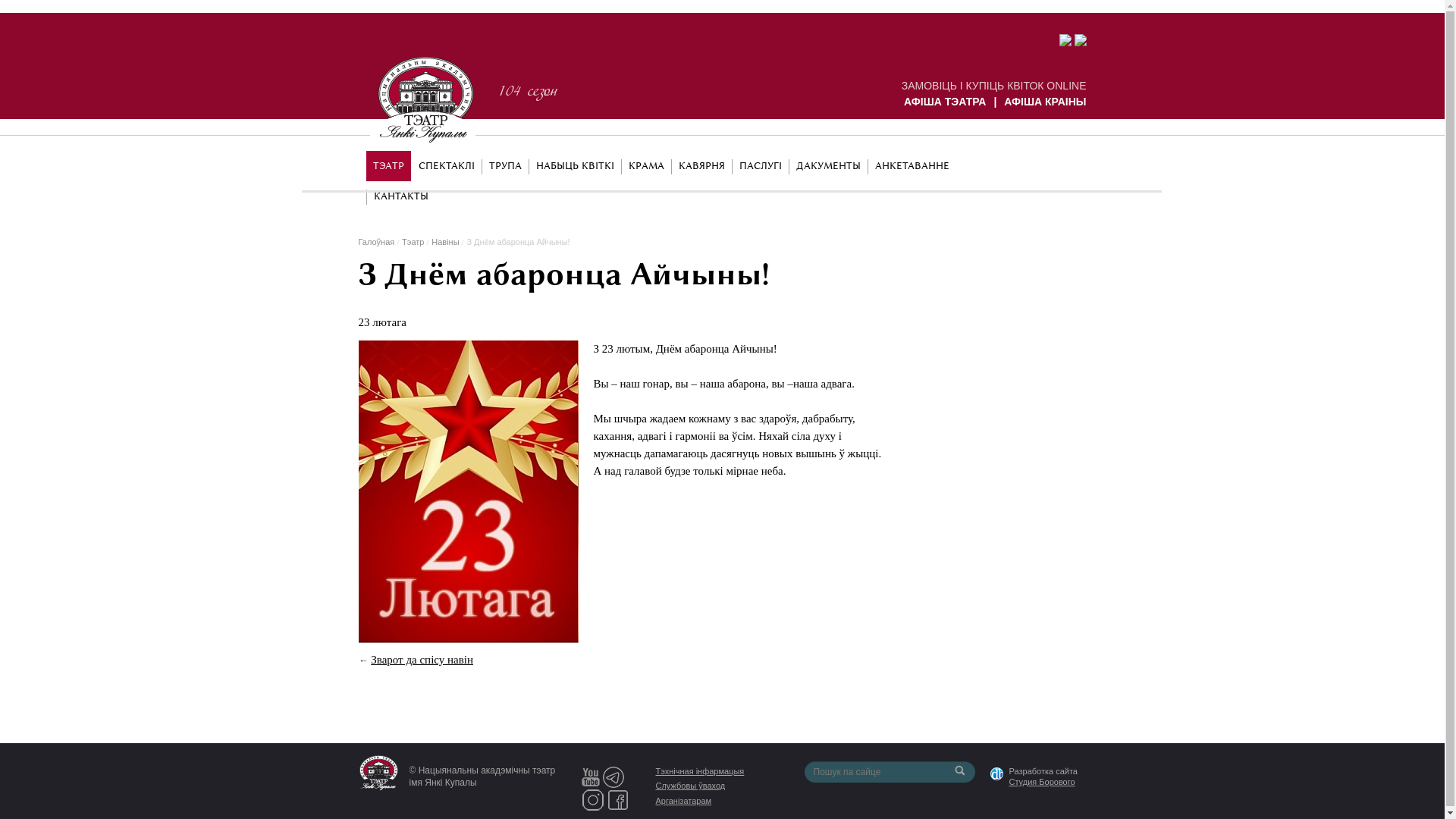 The image size is (1456, 819). Describe the element at coordinates (613, 775) in the screenshot. I see `'telegramm'` at that location.